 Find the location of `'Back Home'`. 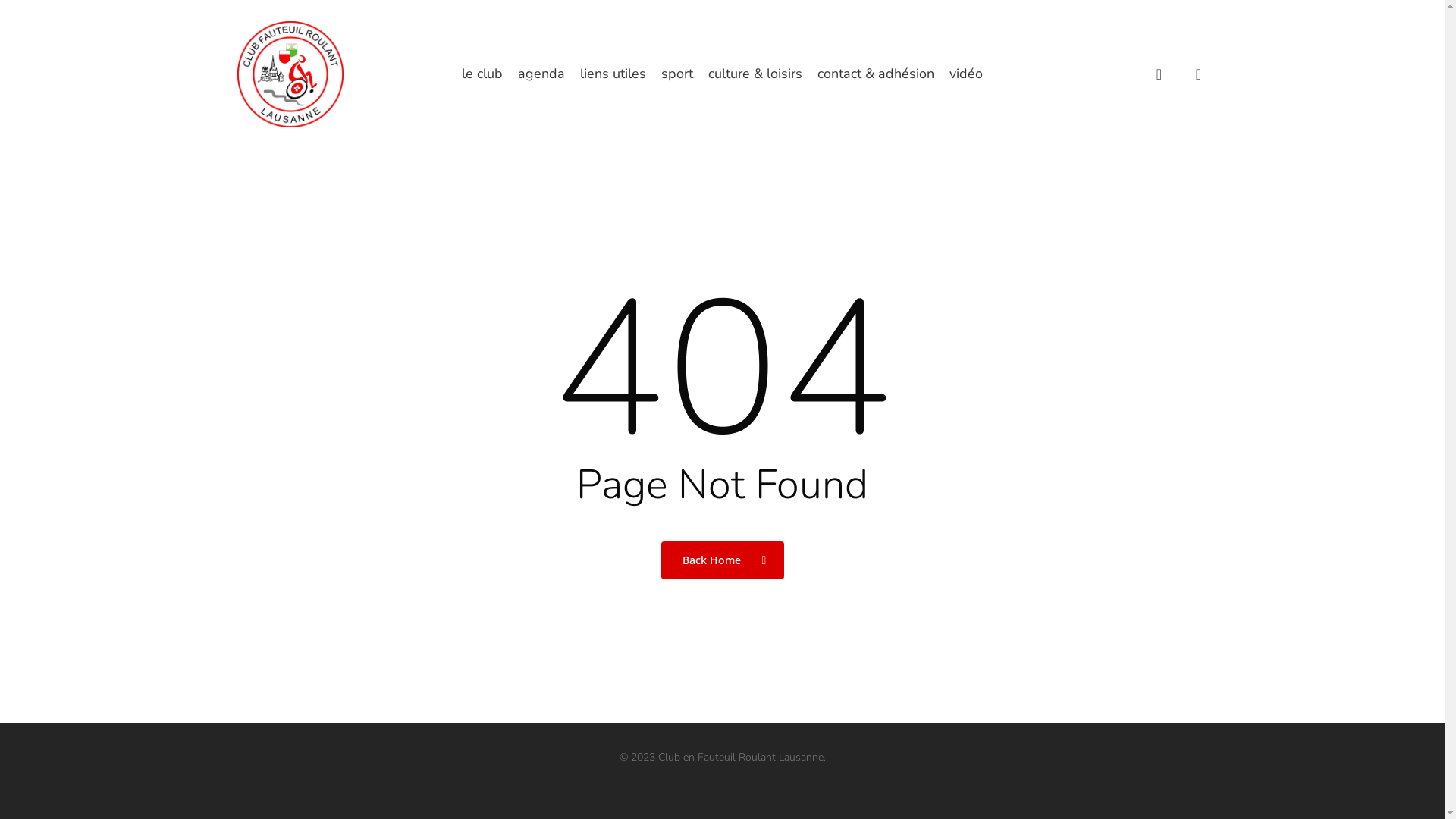

'Back Home' is located at coordinates (661, 560).